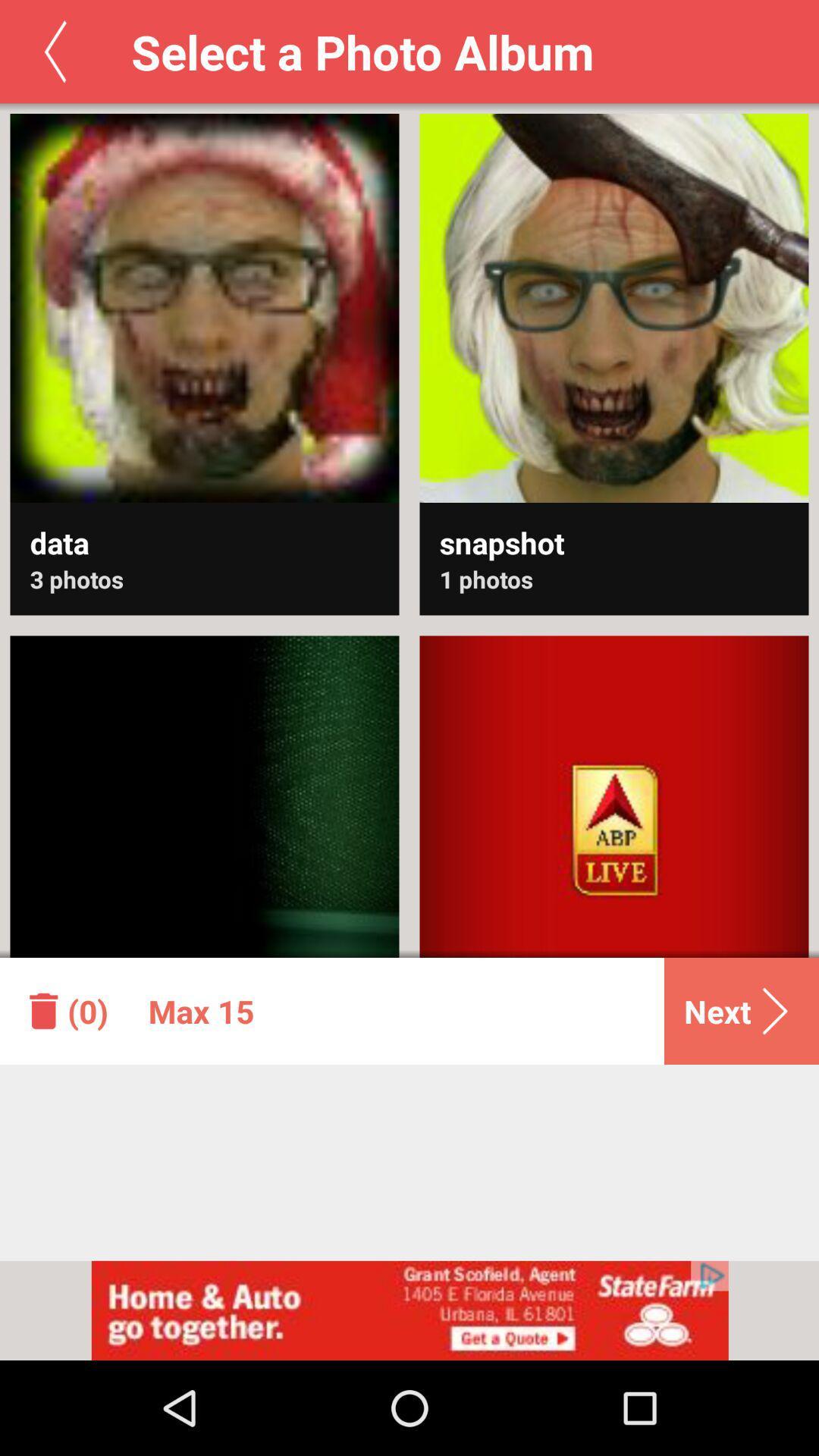 This screenshot has width=819, height=1456. I want to click on the navigation icon, so click(654, 821).